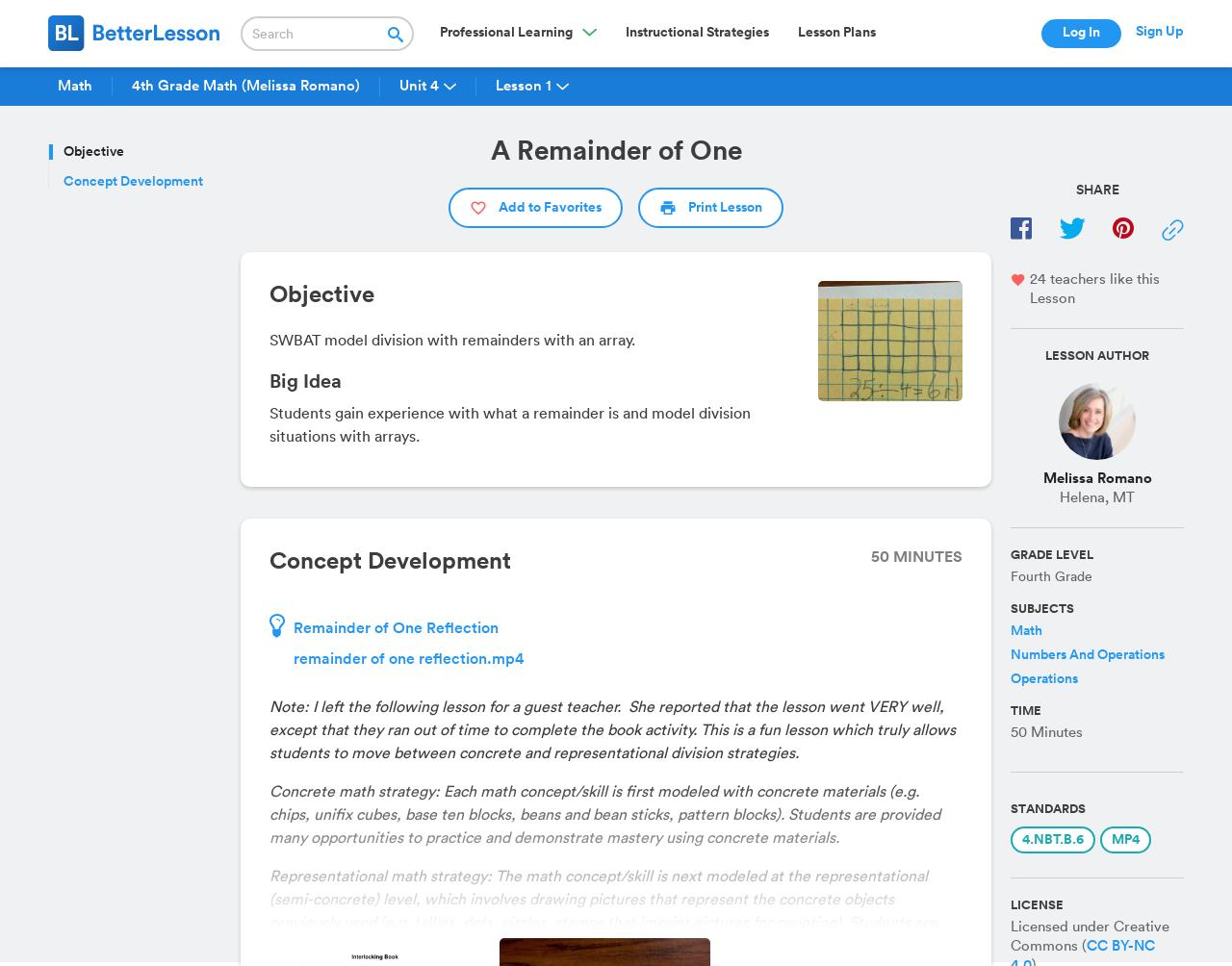 The image size is (1232, 966). What do you see at coordinates (1106, 497) in the screenshot?
I see `','` at bounding box center [1106, 497].